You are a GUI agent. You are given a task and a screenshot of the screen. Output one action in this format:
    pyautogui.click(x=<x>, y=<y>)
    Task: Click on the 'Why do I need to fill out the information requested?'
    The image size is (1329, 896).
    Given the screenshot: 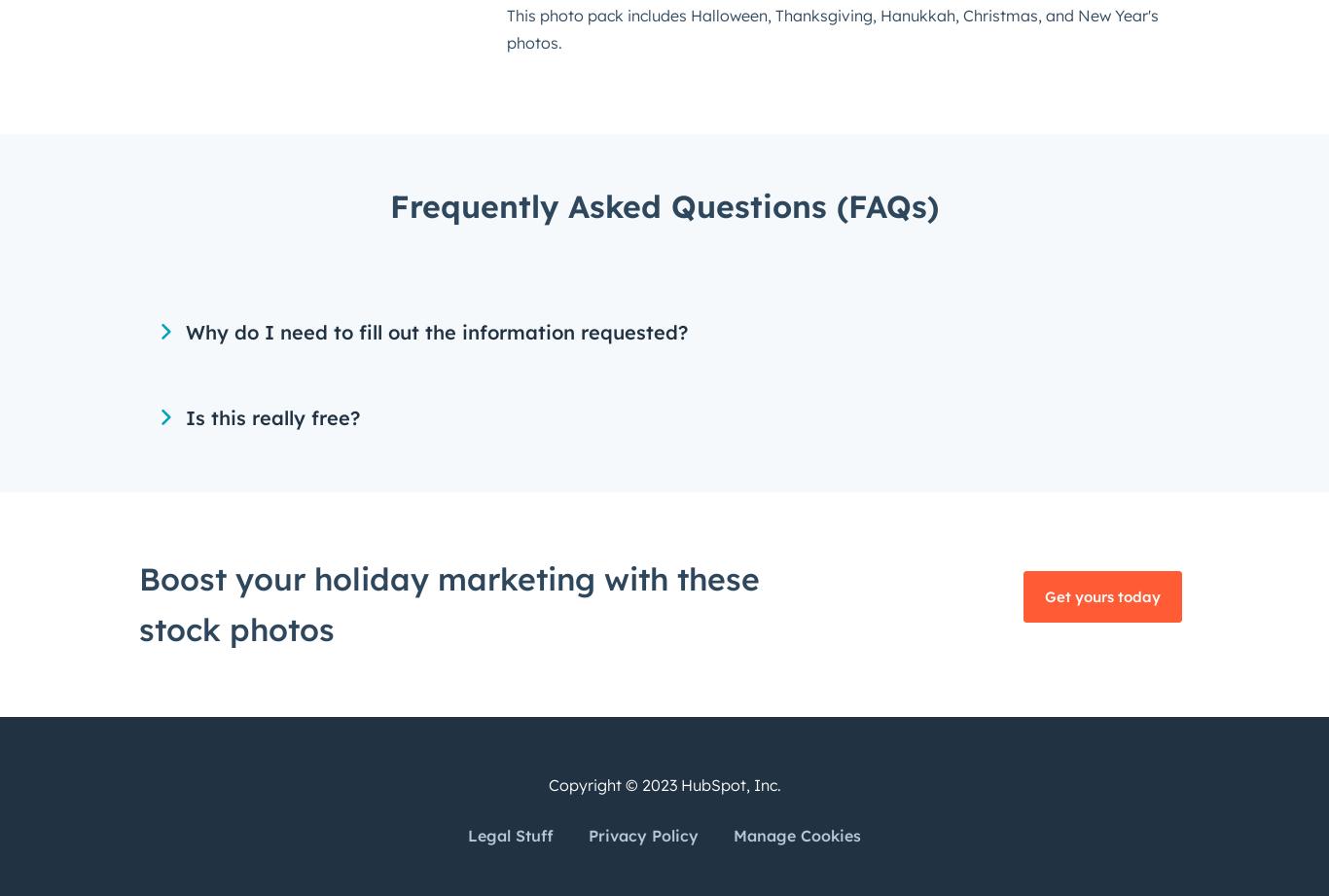 What is the action you would take?
    pyautogui.click(x=436, y=332)
    